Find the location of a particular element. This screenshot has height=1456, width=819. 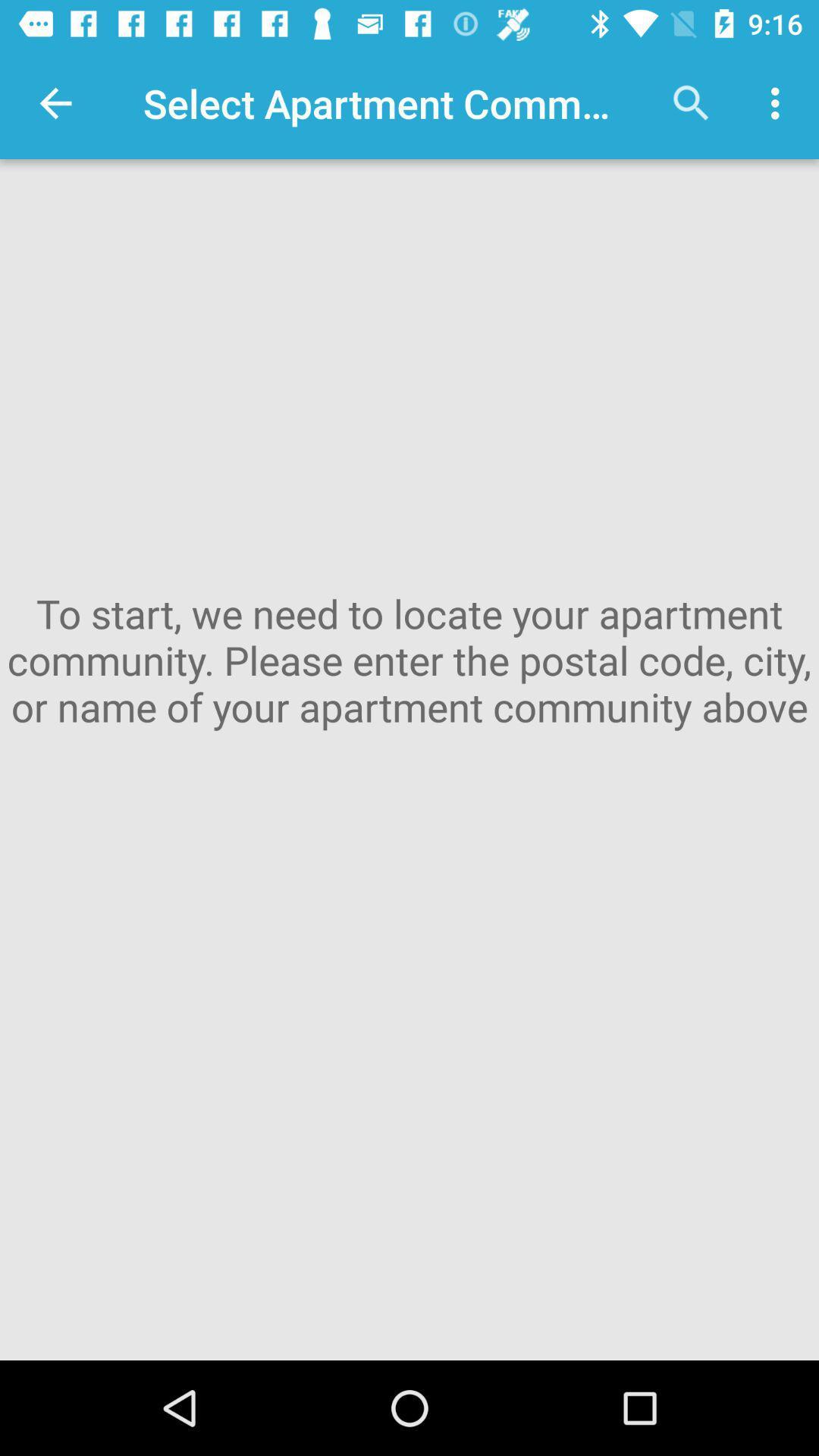

the icon next to the select apartment community app is located at coordinates (691, 102).